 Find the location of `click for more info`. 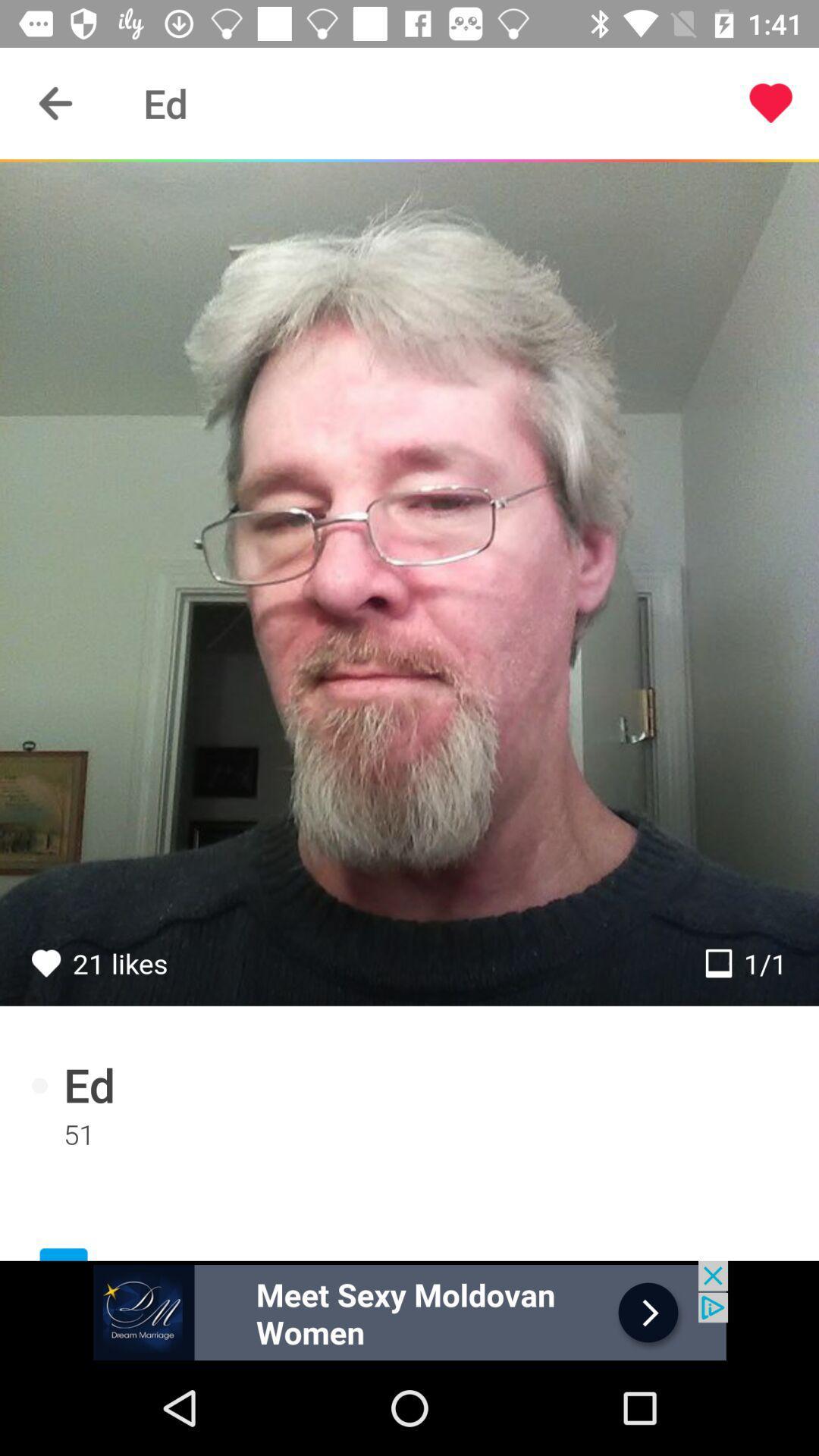

click for more info is located at coordinates (409, 1310).